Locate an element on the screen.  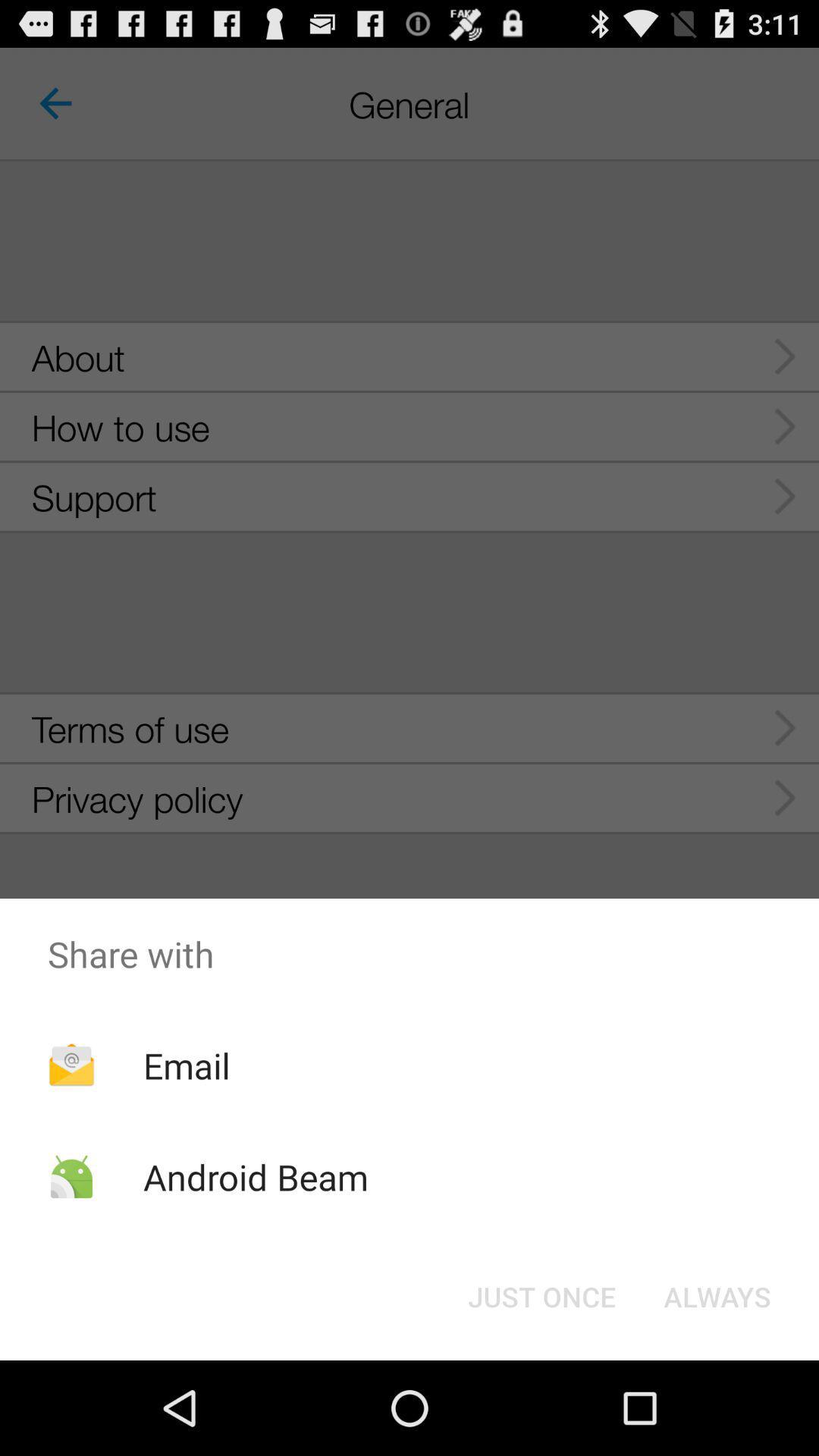
item below the email is located at coordinates (255, 1176).